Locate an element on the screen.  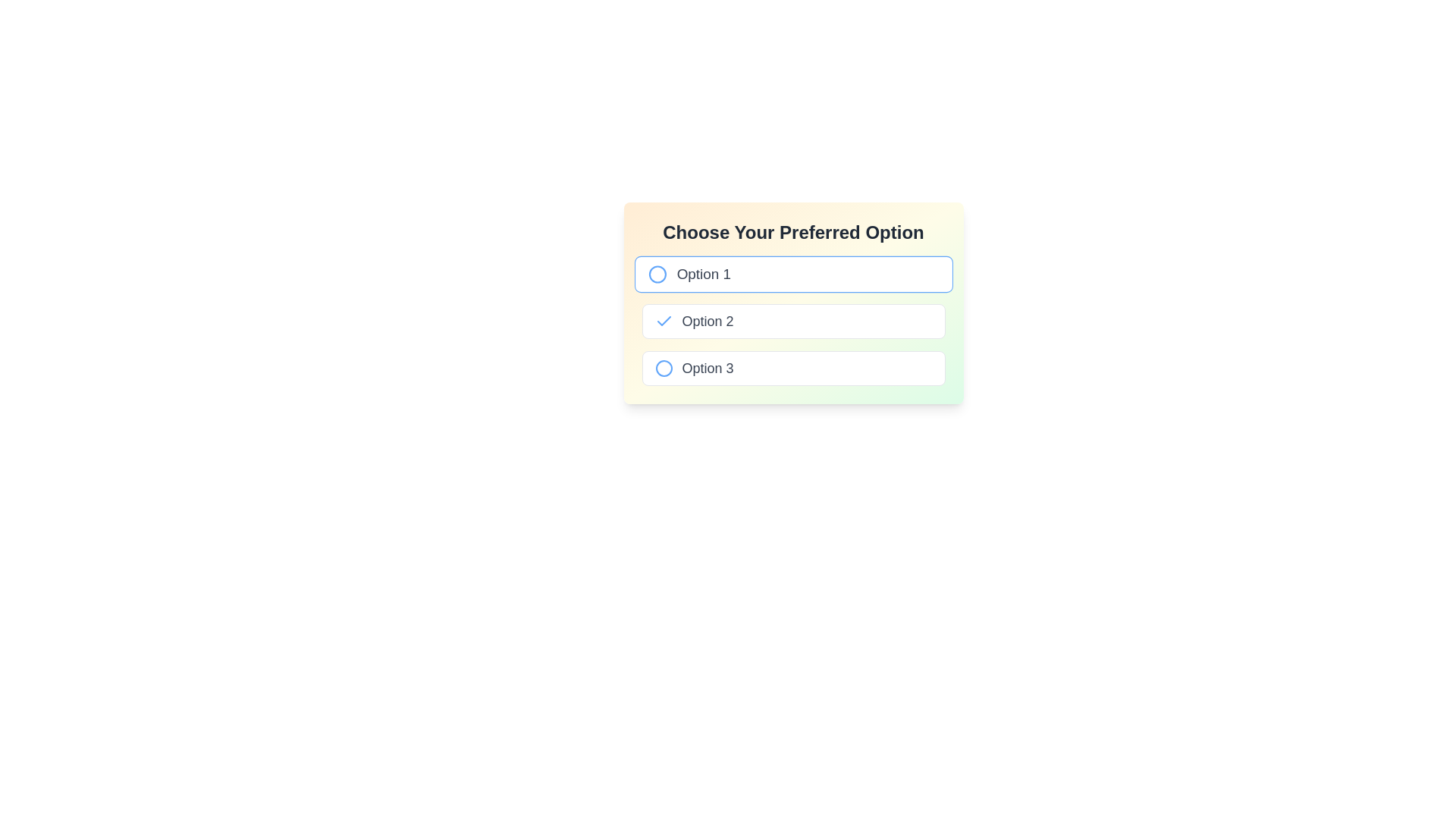
the 'Option 3' radio button is located at coordinates (792, 369).